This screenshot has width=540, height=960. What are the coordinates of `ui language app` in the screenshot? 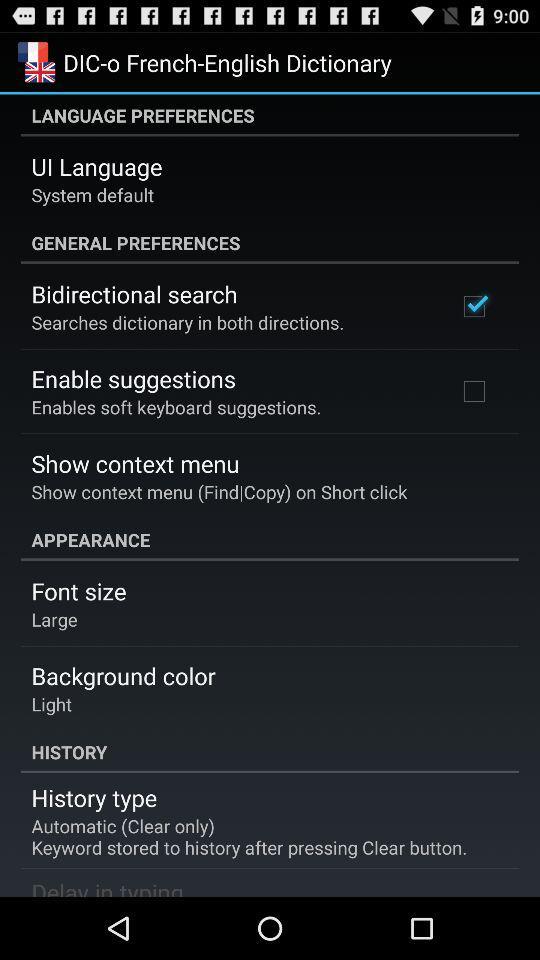 It's located at (95, 165).